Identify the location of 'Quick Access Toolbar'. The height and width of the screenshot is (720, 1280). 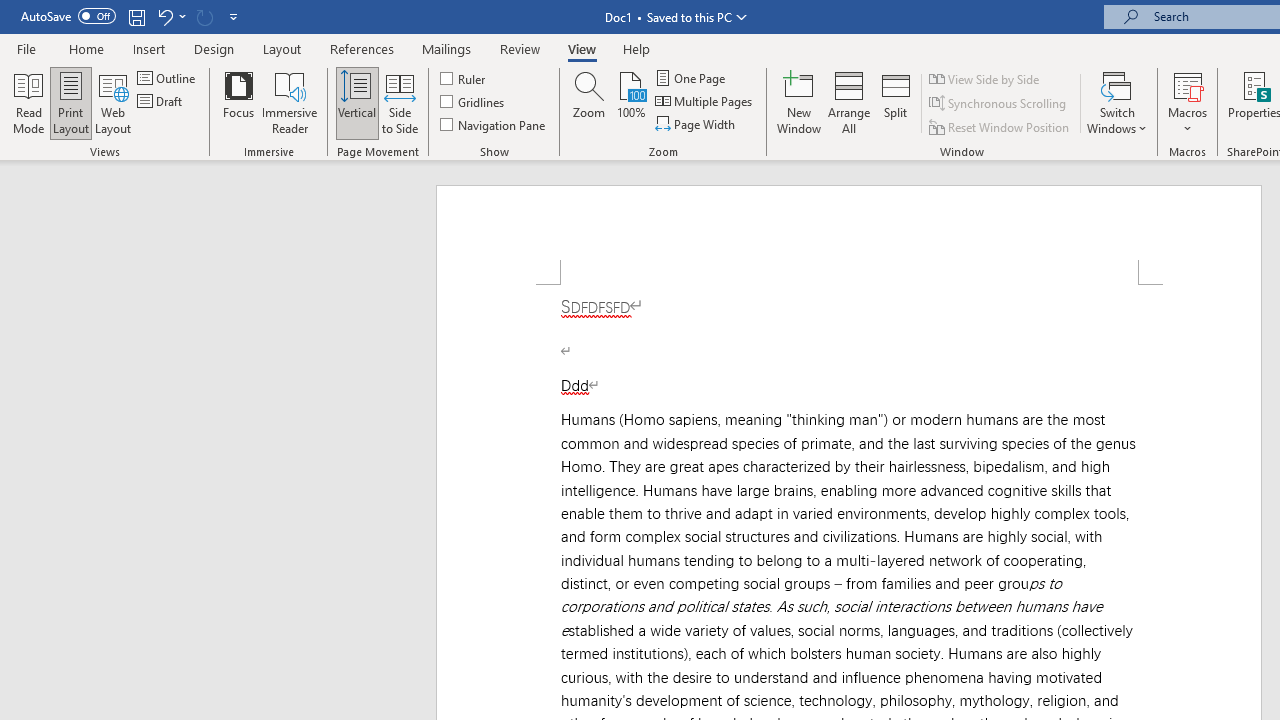
(130, 16).